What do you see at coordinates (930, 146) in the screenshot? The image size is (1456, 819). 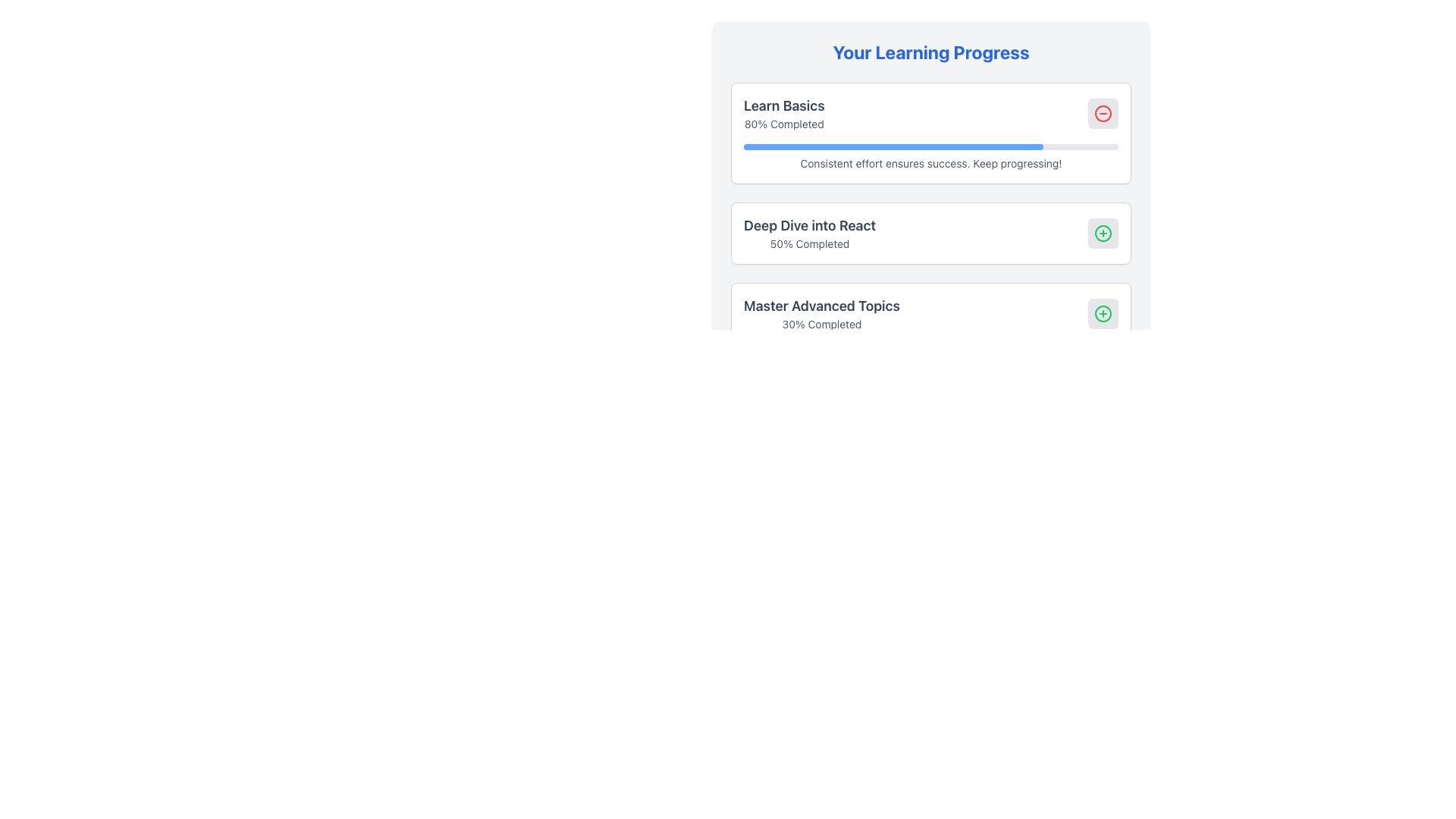 I see `the progress of the 'Learn Basics' task by interacting with the progress bar located at the center of the first white card` at bounding box center [930, 146].